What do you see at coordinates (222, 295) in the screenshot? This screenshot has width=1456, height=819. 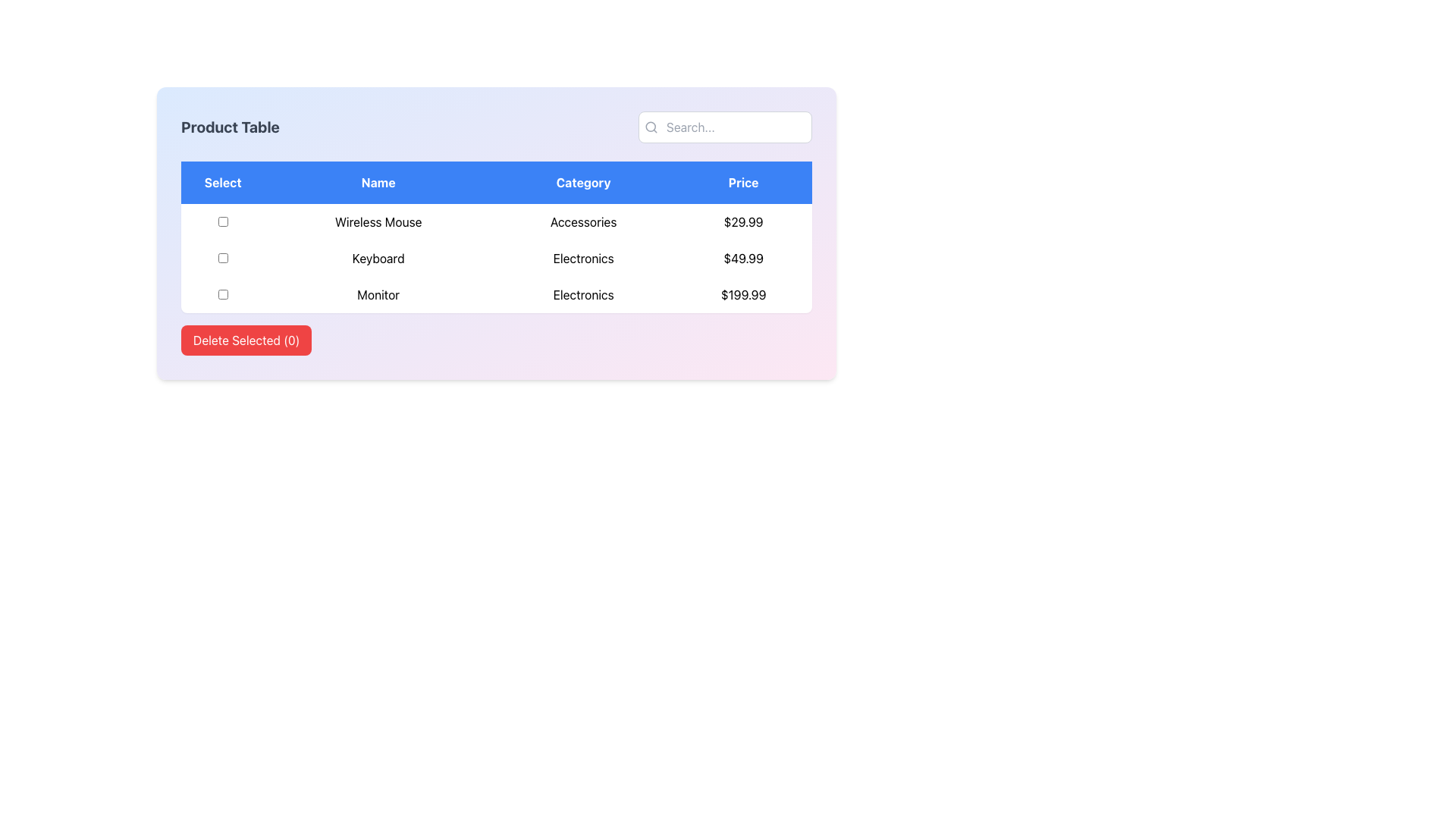 I see `the checkbox located in the first column of the 'Monitor' row in the product table for keyboard interactions` at bounding box center [222, 295].